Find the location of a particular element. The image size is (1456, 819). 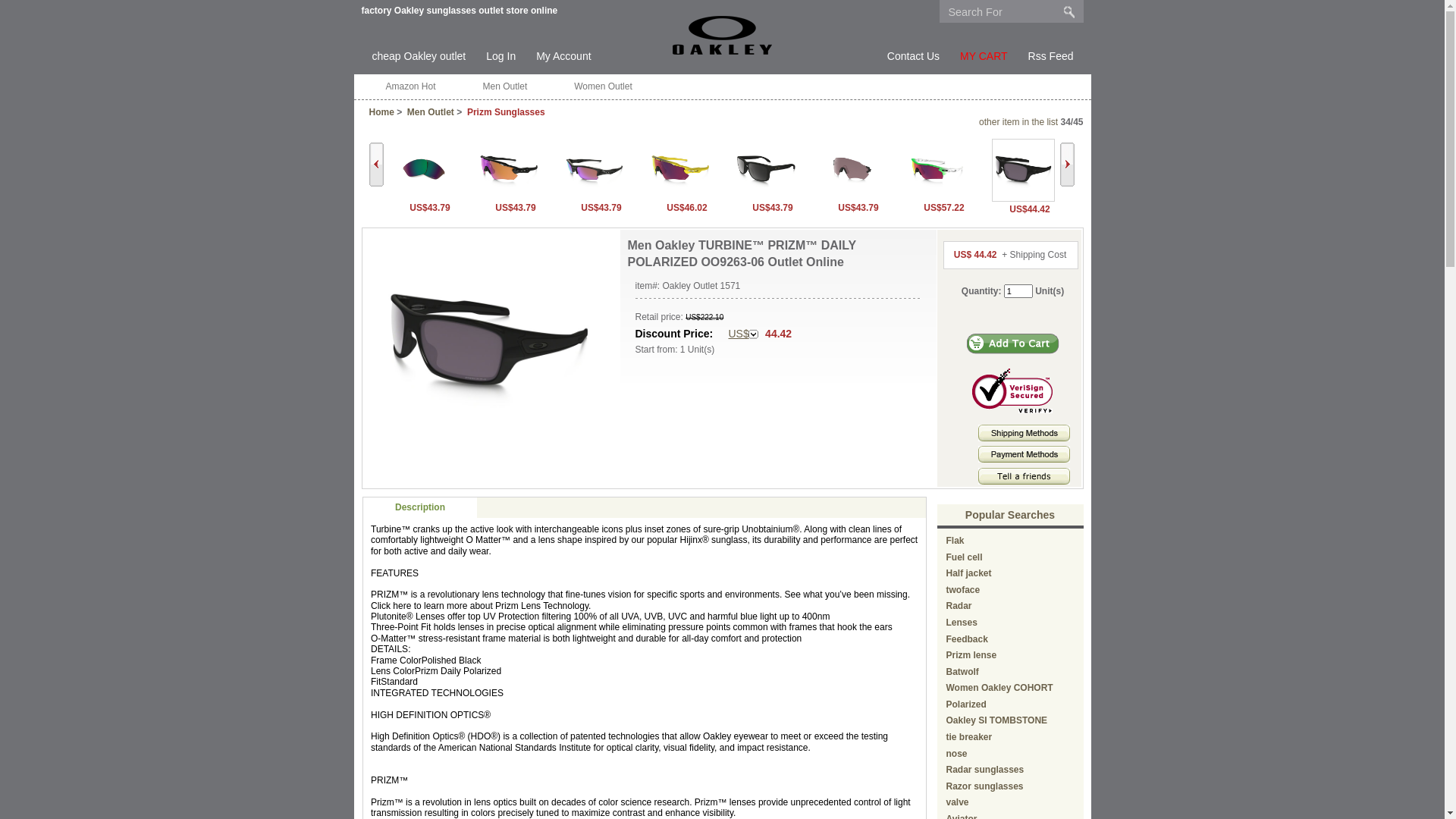

'MY CART' is located at coordinates (984, 55).